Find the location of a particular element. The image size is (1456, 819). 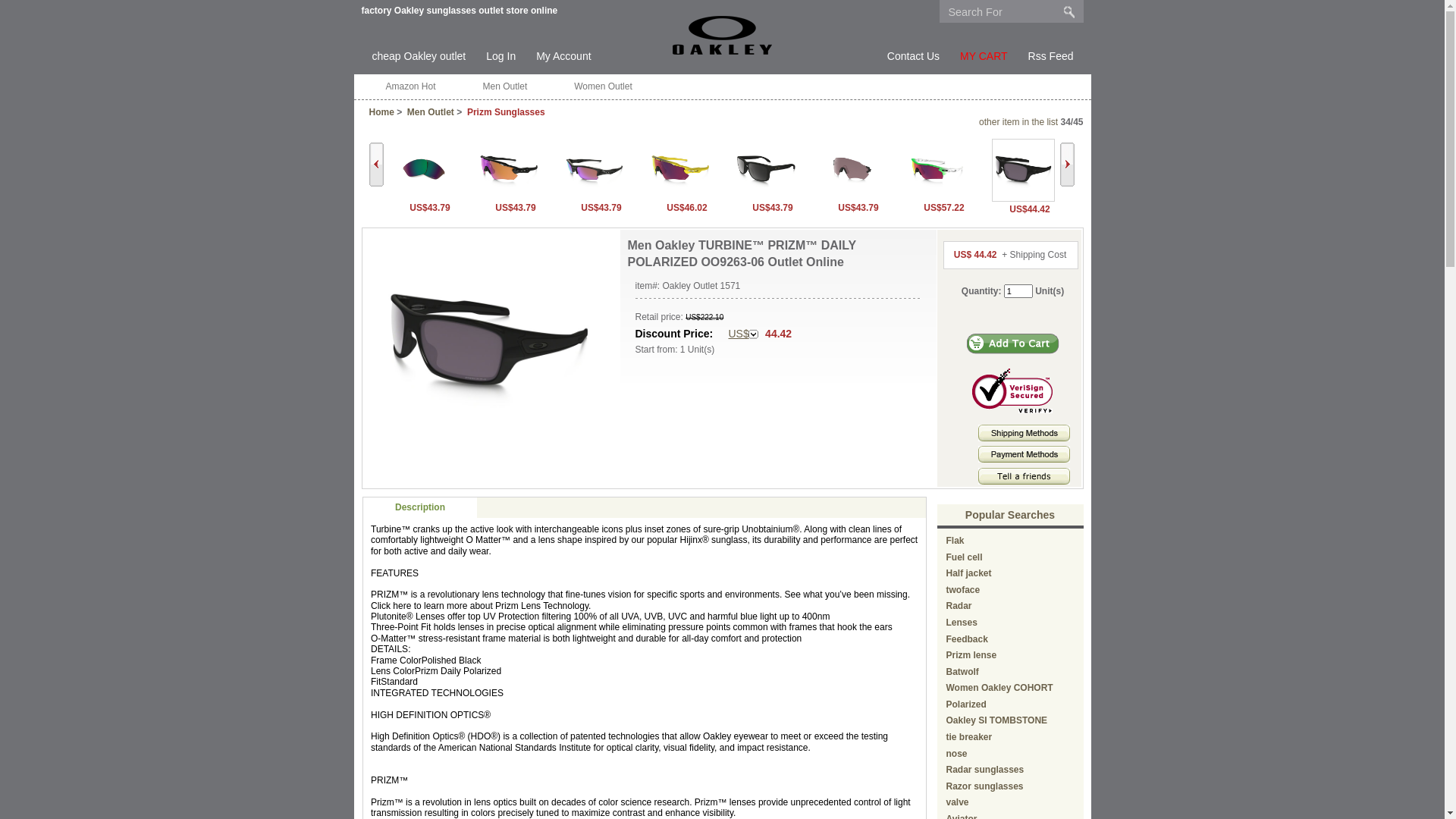

'MY CART' is located at coordinates (984, 55).